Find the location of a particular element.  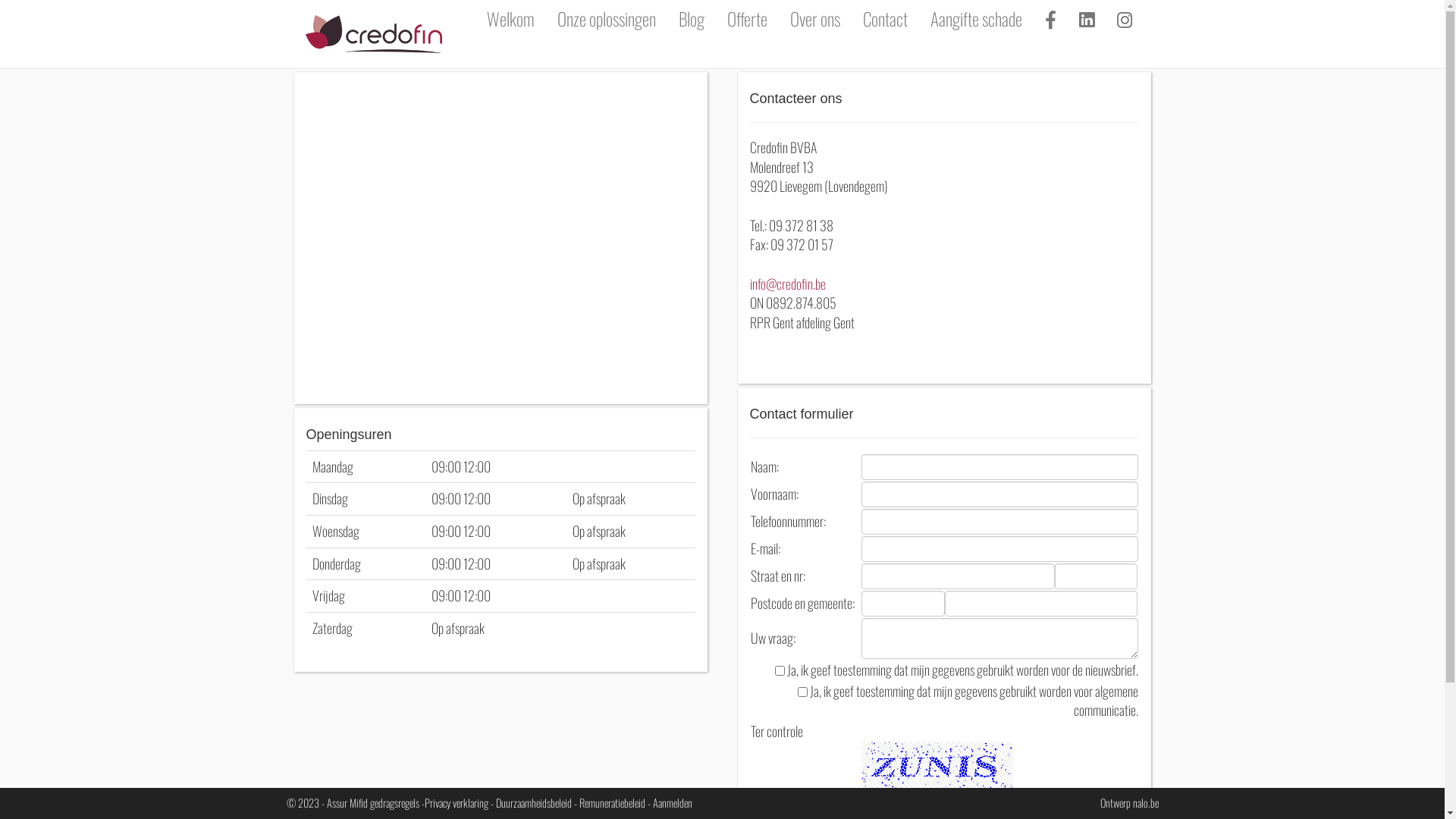

'Privacy verklaring' is located at coordinates (455, 802).